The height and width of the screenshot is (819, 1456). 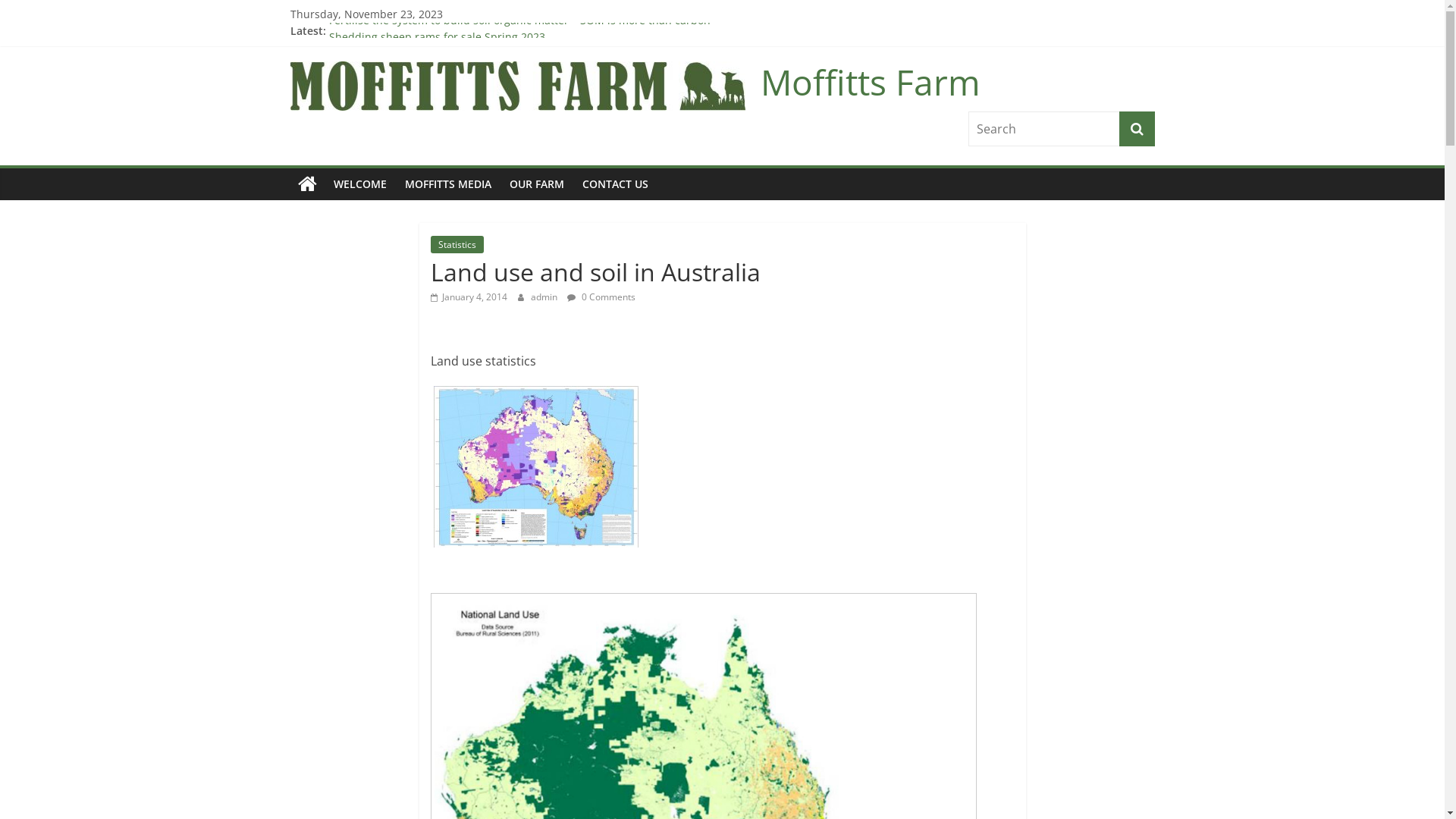 I want to click on 'CONTACT US', so click(x=615, y=184).